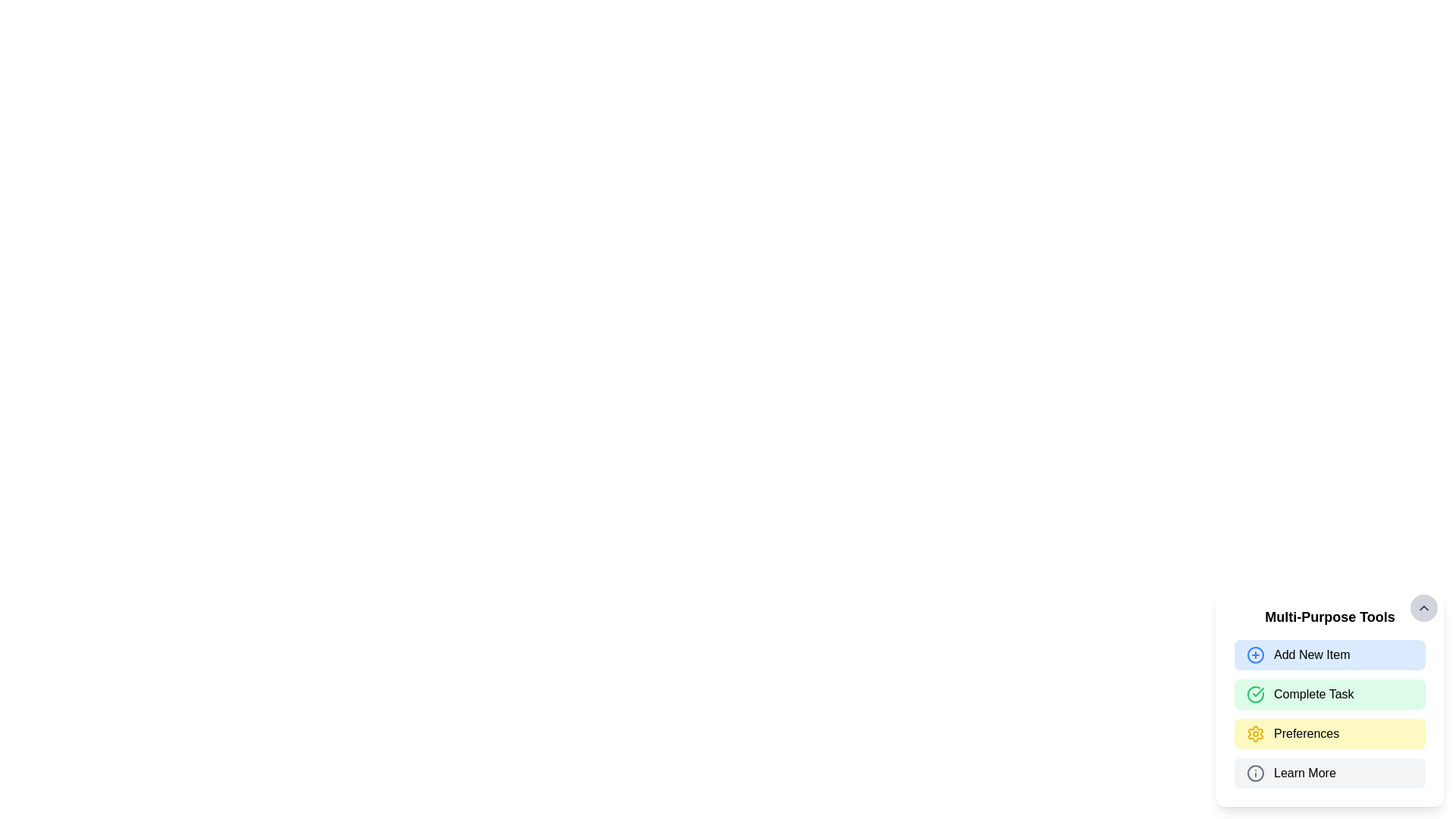 The width and height of the screenshot is (1456, 819). I want to click on the button to mark a specific task as completed, located below the 'Add New Item' button and above the 'Preferences' button in the 'Multi-Purpose Tools' card, so click(1329, 714).